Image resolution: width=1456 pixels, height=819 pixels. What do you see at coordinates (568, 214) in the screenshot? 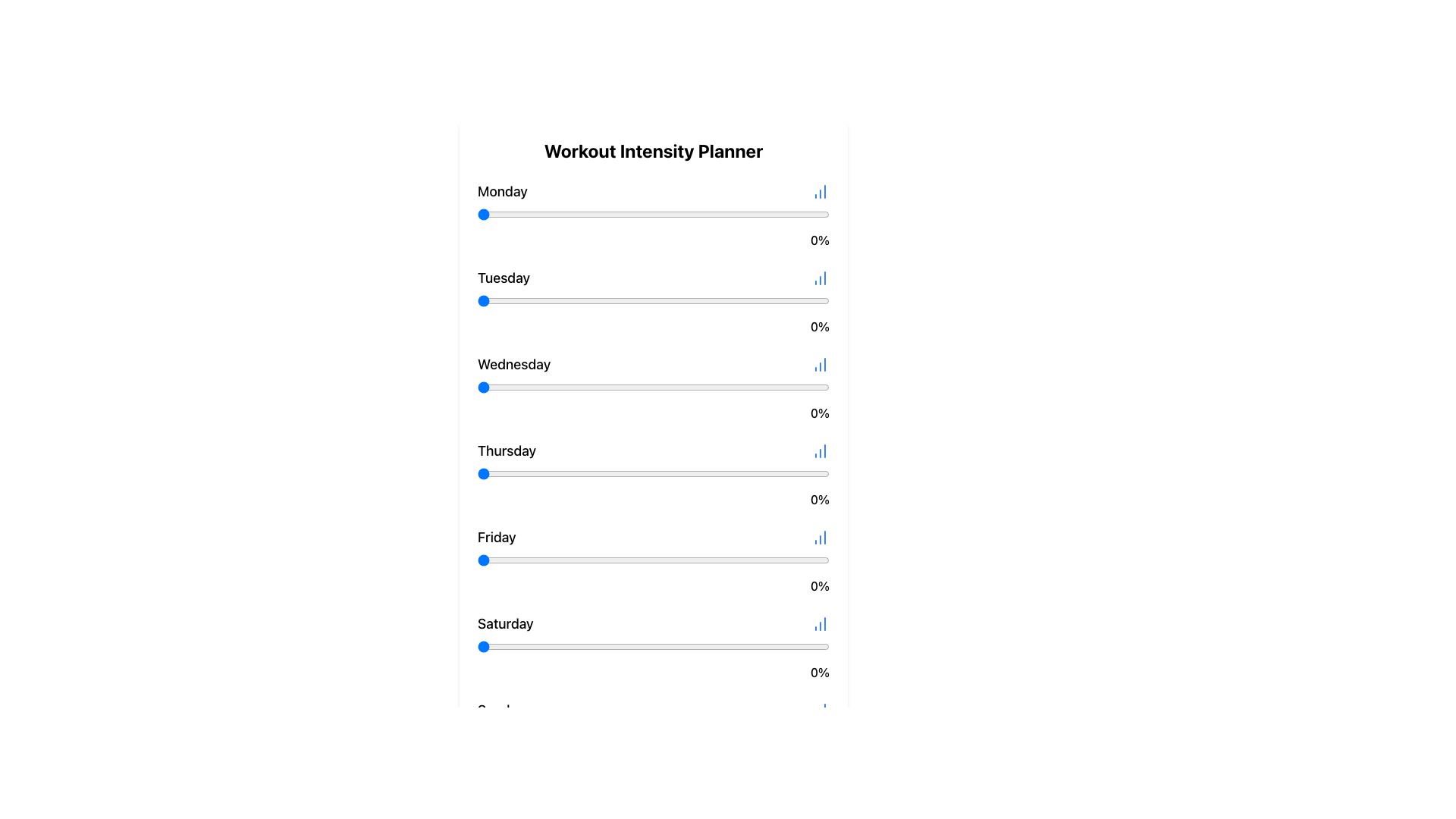
I see `the workout intensity for Monday` at bounding box center [568, 214].